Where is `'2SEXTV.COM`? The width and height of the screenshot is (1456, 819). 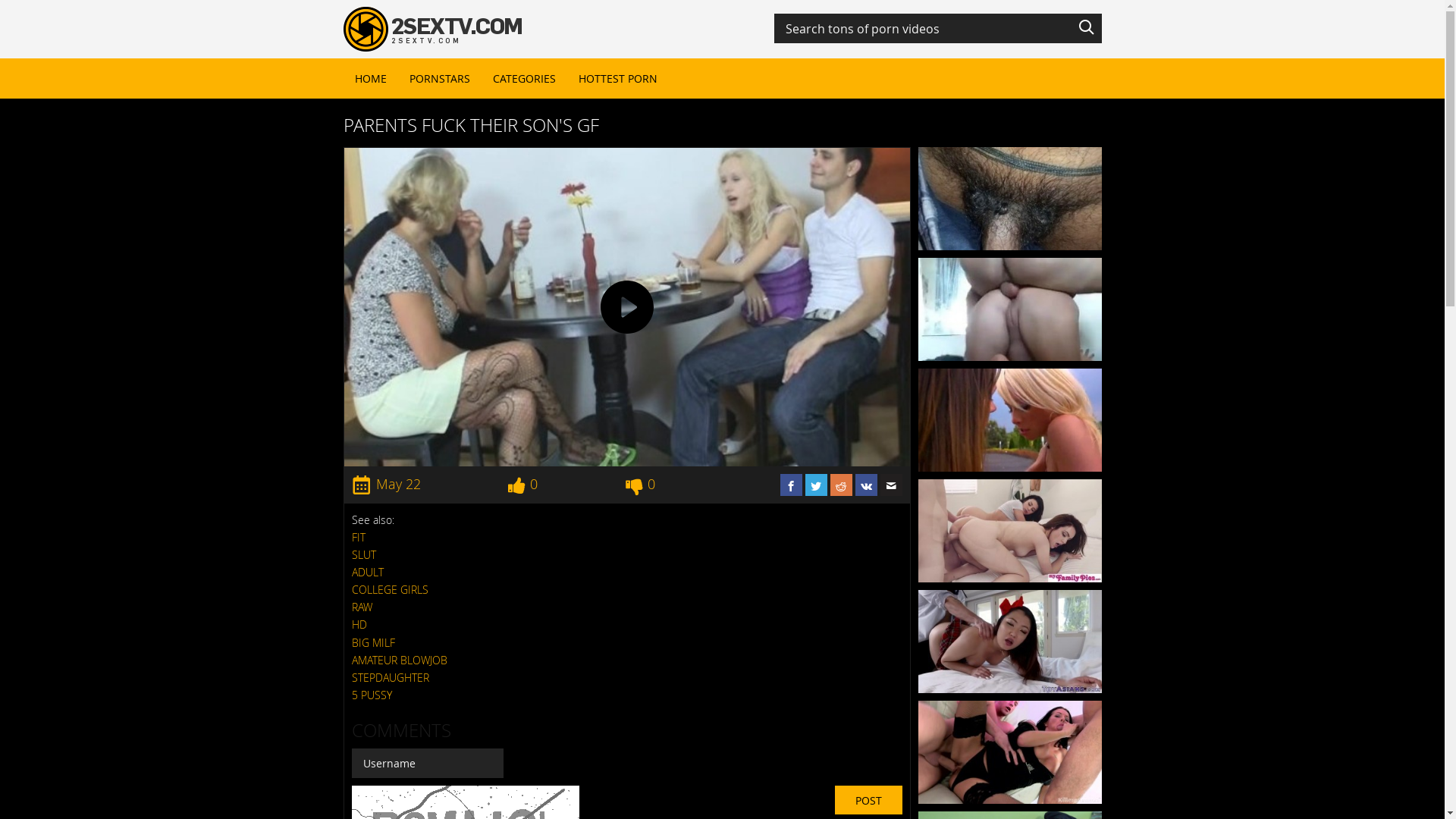 '2SEXTV.COM is located at coordinates (341, 28).